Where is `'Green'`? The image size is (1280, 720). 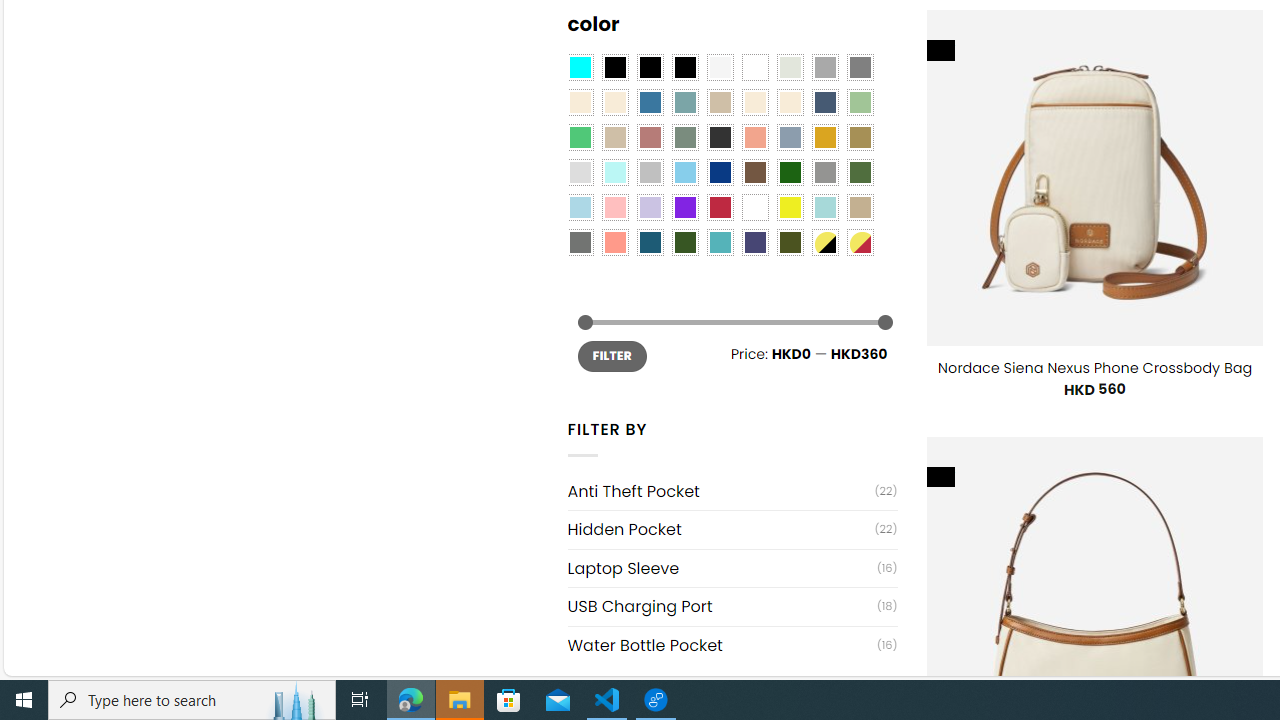
'Green' is located at coordinates (860, 171).